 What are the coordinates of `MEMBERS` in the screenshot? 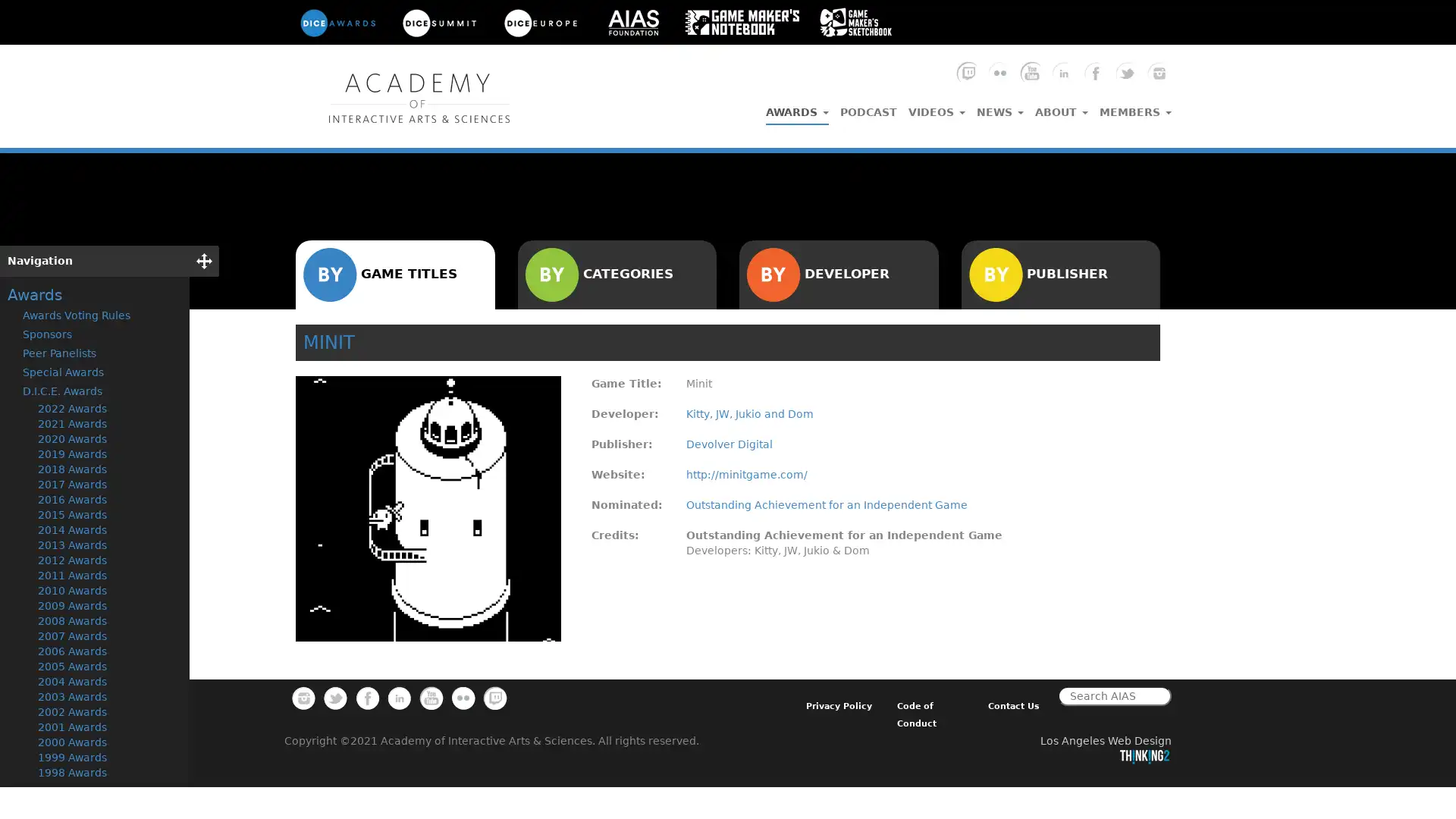 It's located at (1135, 107).